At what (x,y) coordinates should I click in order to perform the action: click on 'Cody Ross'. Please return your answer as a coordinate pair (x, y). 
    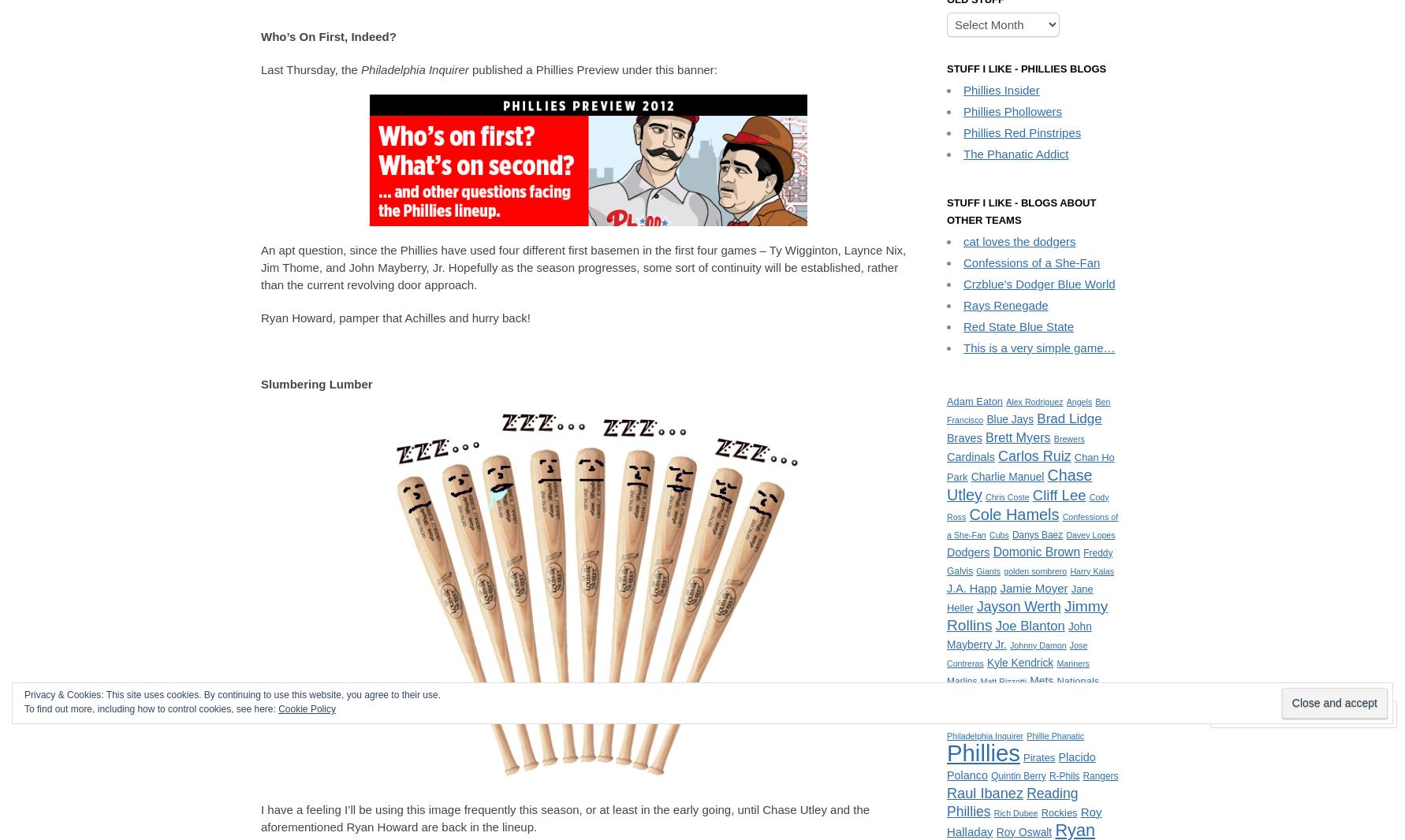
    Looking at the image, I should click on (946, 505).